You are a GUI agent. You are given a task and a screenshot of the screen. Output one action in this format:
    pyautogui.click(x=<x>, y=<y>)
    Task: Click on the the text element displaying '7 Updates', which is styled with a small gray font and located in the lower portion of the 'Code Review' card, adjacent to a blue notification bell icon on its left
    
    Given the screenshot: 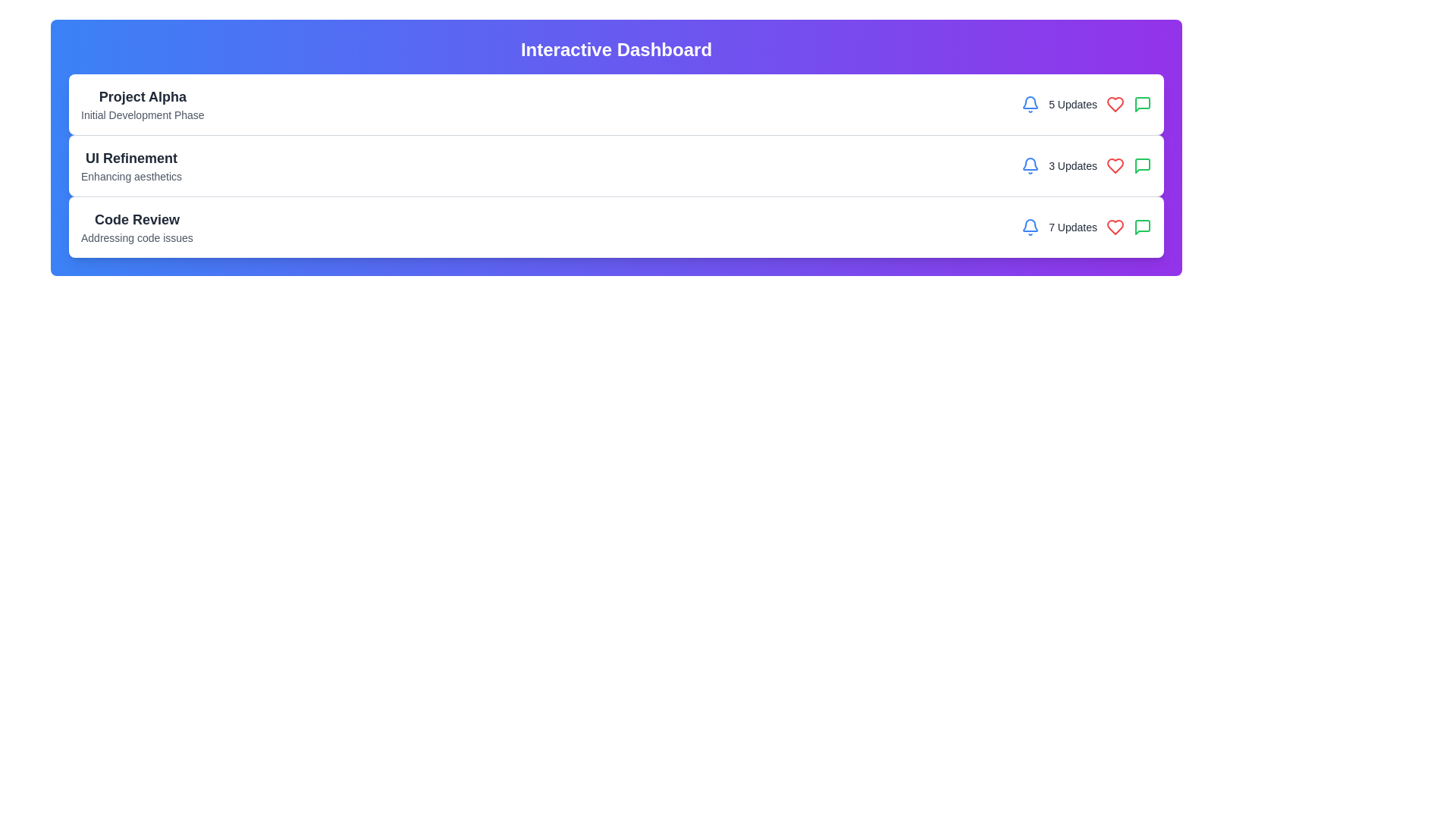 What is the action you would take?
    pyautogui.click(x=1086, y=227)
    